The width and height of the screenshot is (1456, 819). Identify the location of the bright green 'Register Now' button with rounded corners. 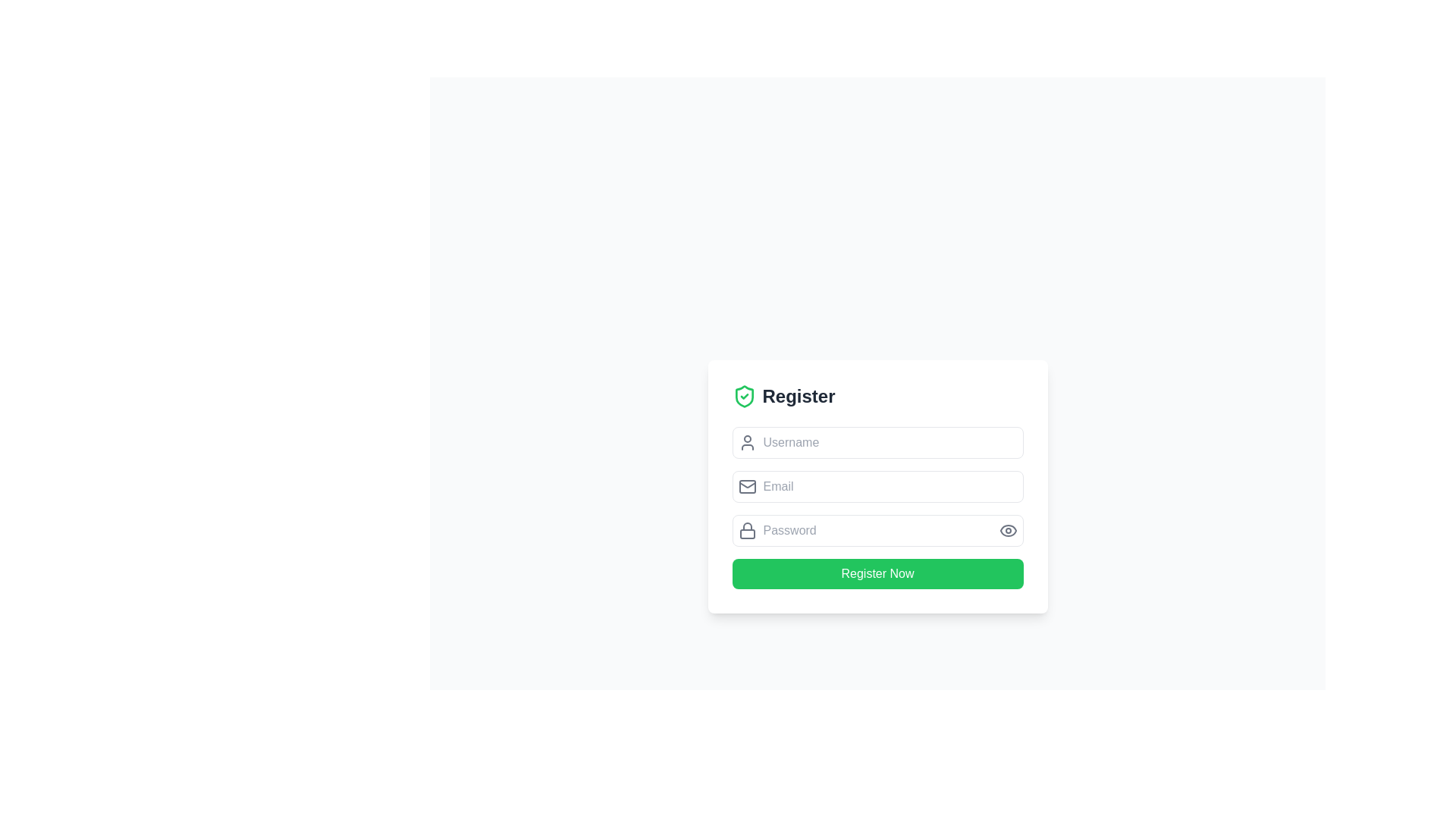
(877, 573).